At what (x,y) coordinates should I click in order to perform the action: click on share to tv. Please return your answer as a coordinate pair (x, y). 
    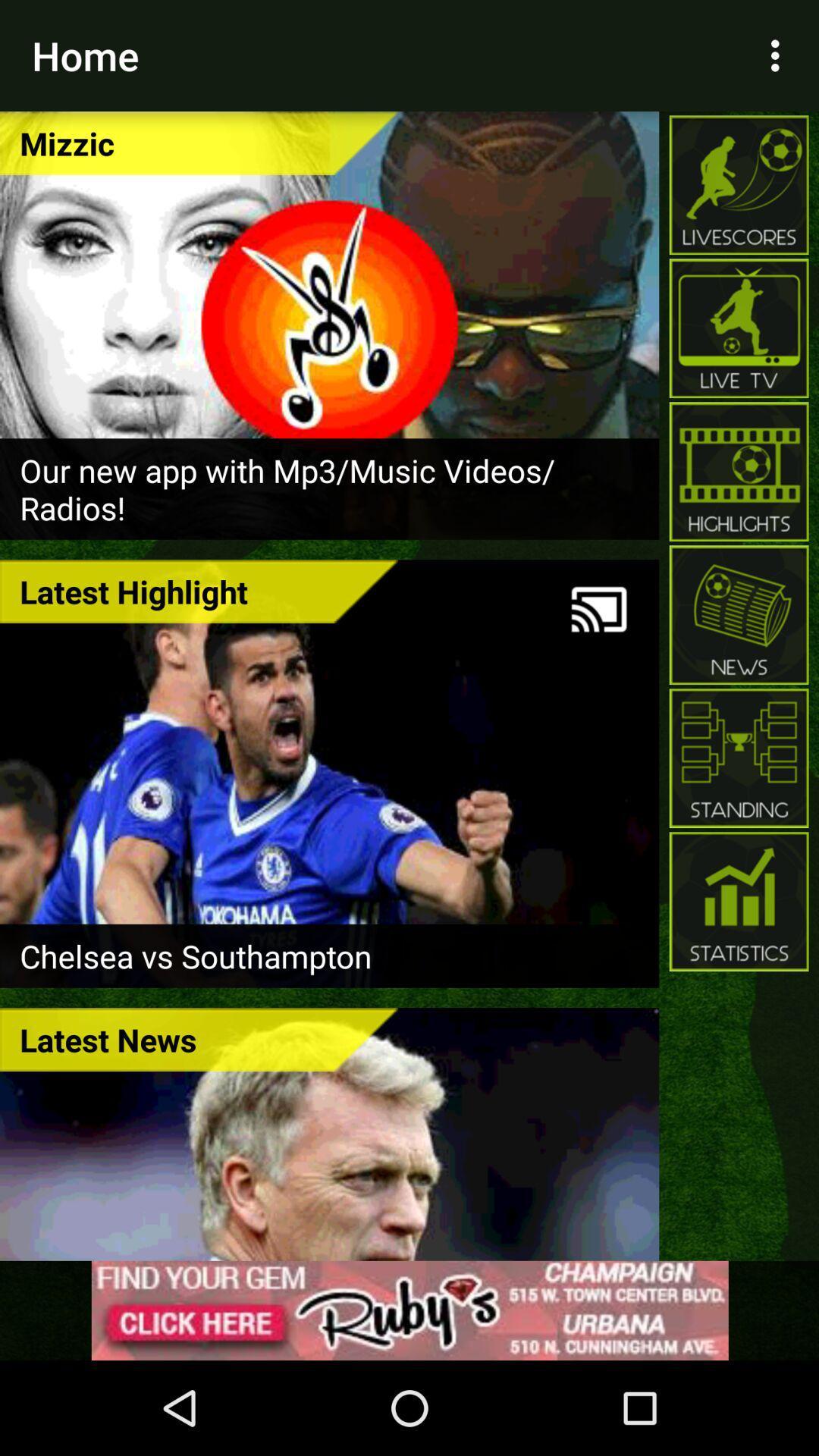
    Looking at the image, I should click on (598, 609).